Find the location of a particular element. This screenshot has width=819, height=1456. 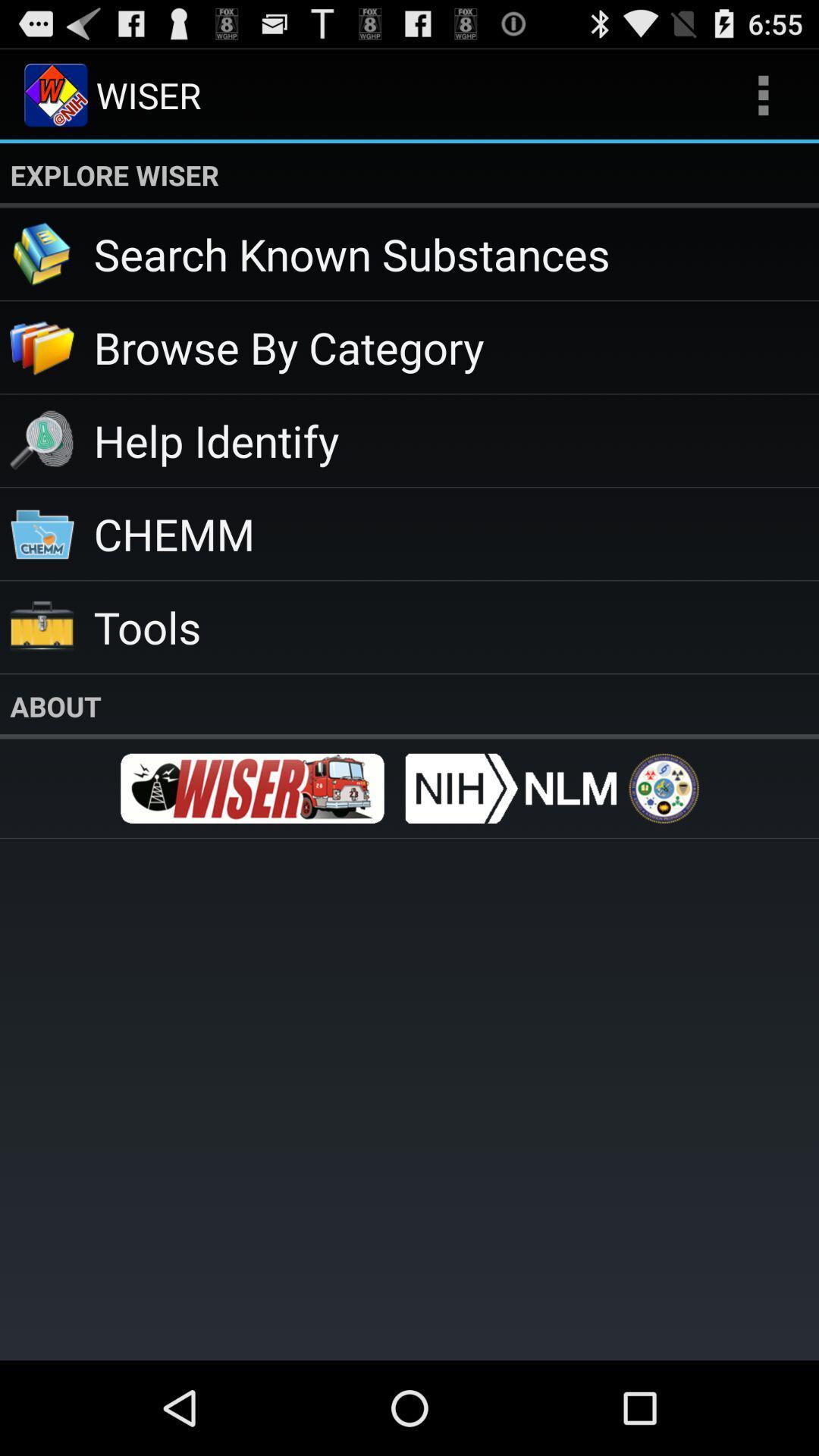

the chemm is located at coordinates (455, 533).